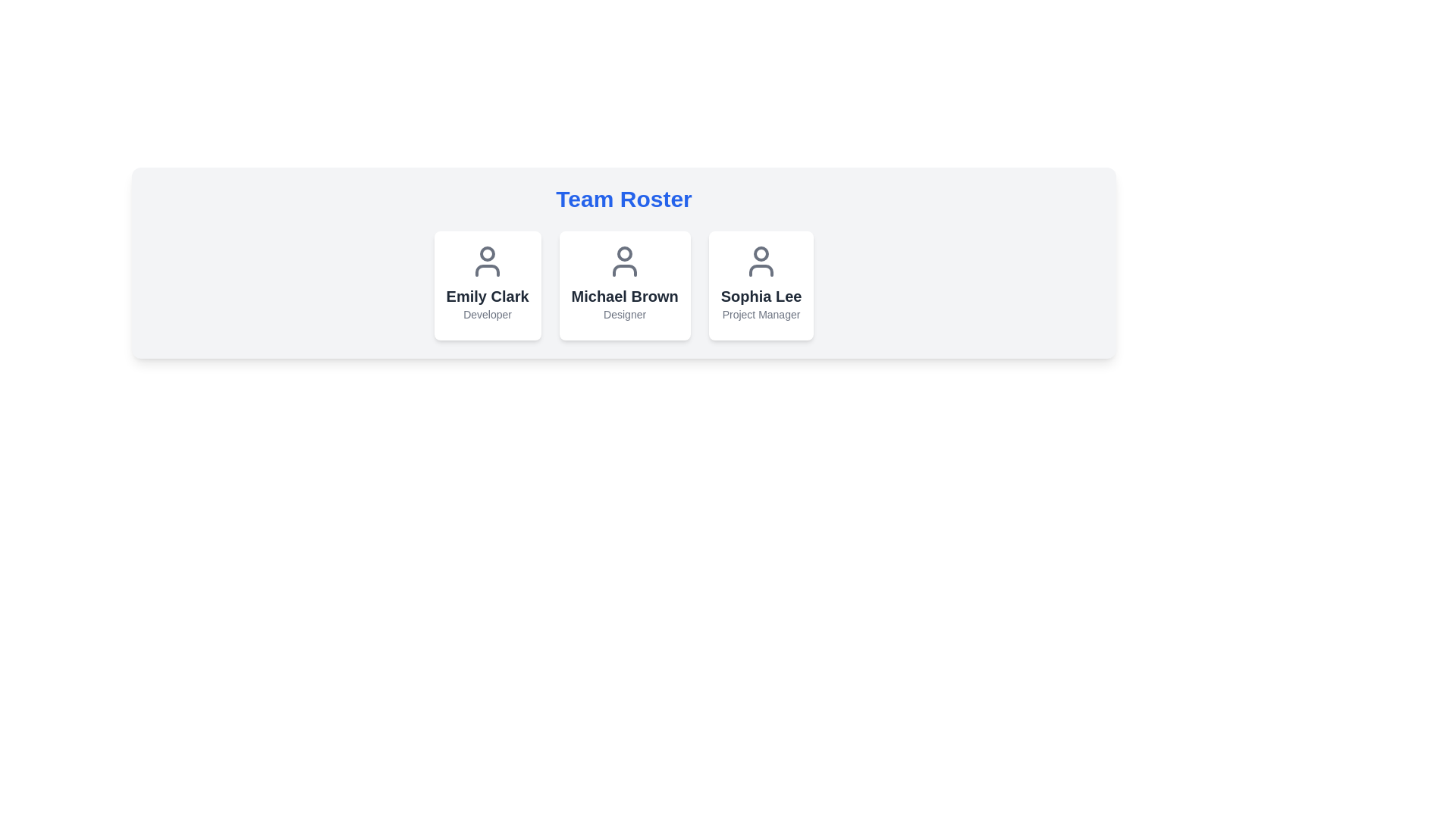 Image resolution: width=1456 pixels, height=819 pixels. I want to click on the User Profile Icon that visually represents the profile of the user associated with the texts 'Sophia Lee' and 'Project Manager', located in the third column of a horizontal layout, so click(761, 260).